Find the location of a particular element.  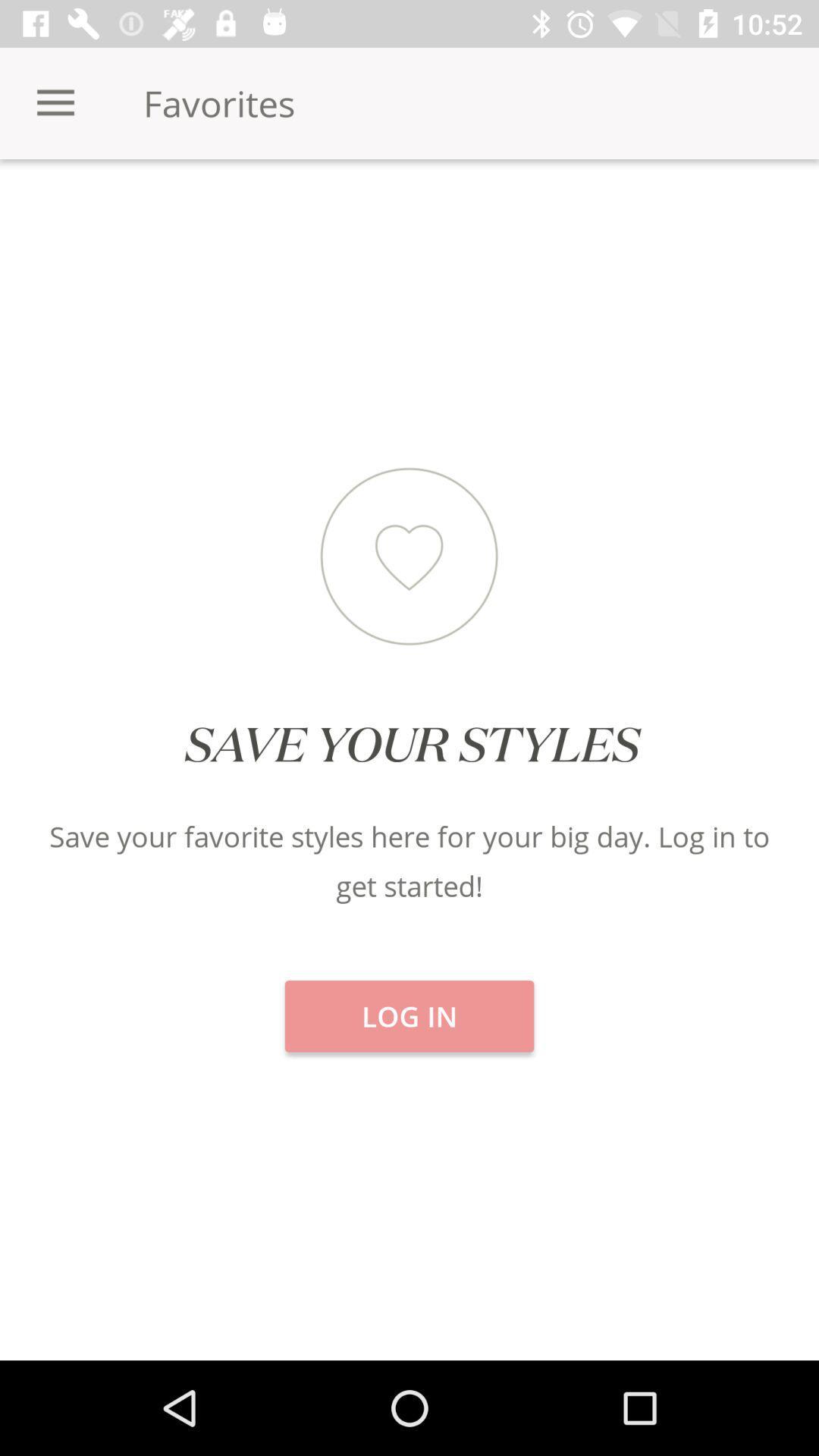

brands at the top right corner is located at coordinates (681, 212).